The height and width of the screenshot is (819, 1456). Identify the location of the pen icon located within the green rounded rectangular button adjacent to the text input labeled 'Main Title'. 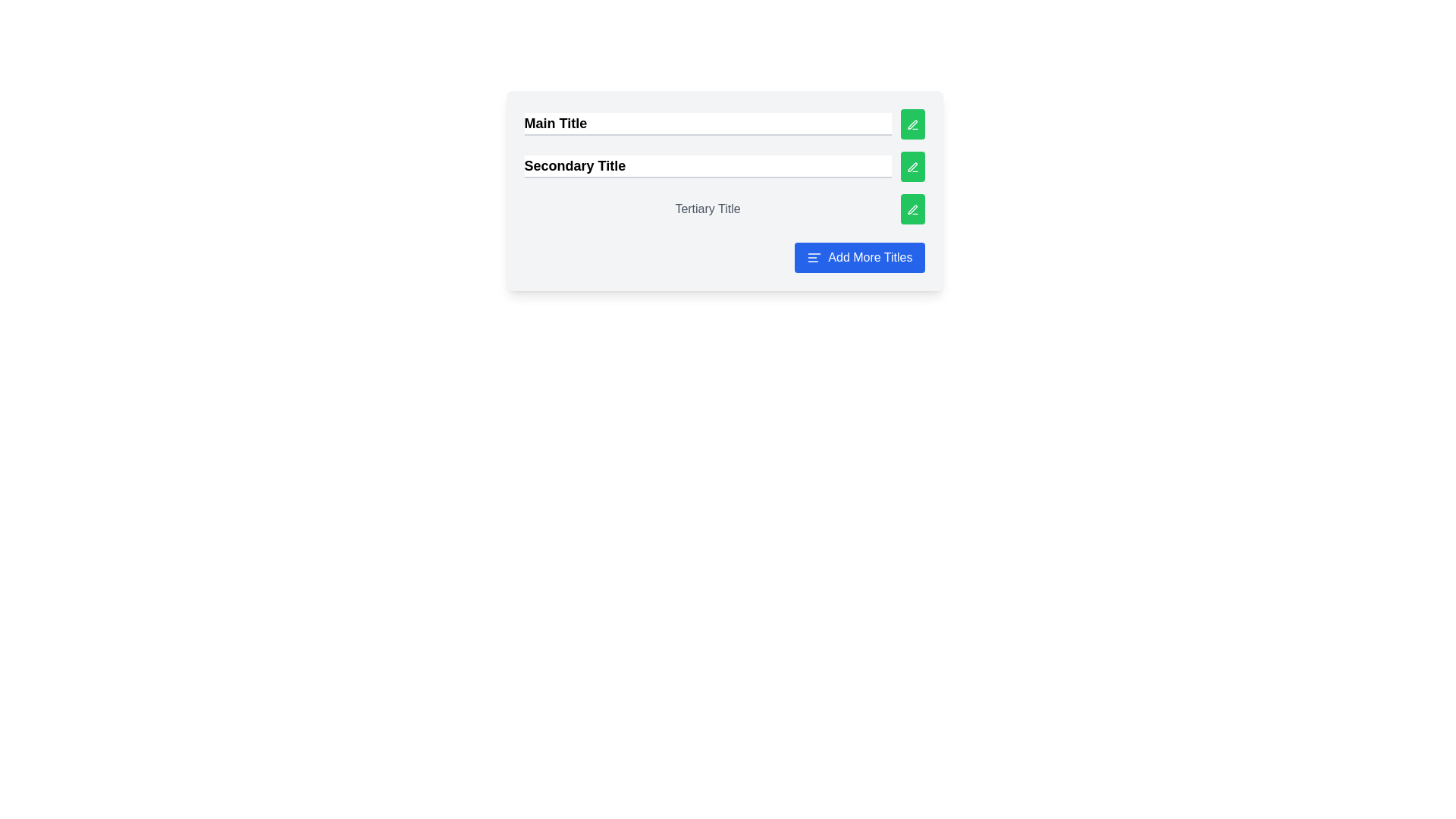
(912, 124).